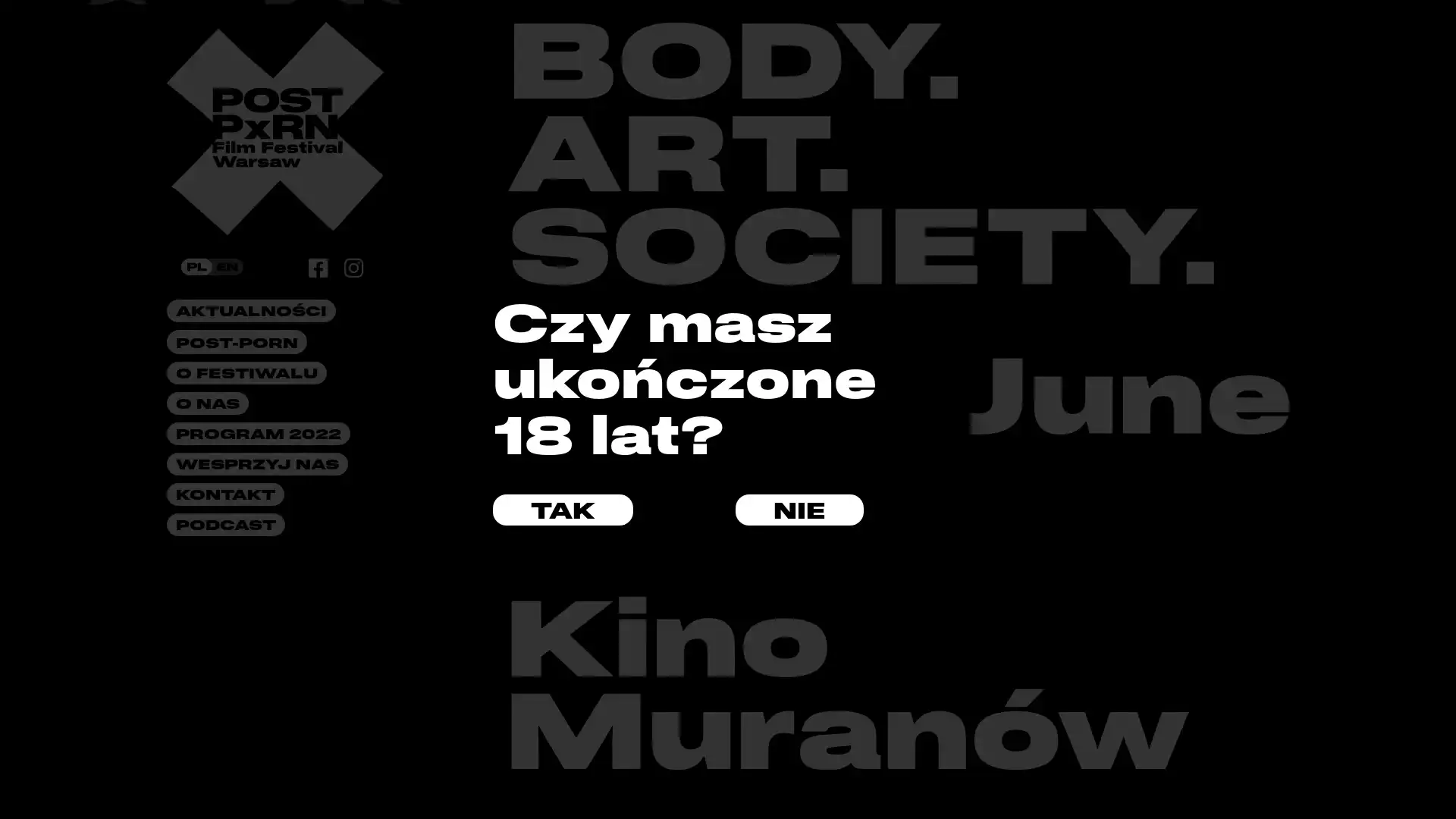 This screenshot has height=819, width=1456. What do you see at coordinates (224, 494) in the screenshot?
I see `KONTAKT` at bounding box center [224, 494].